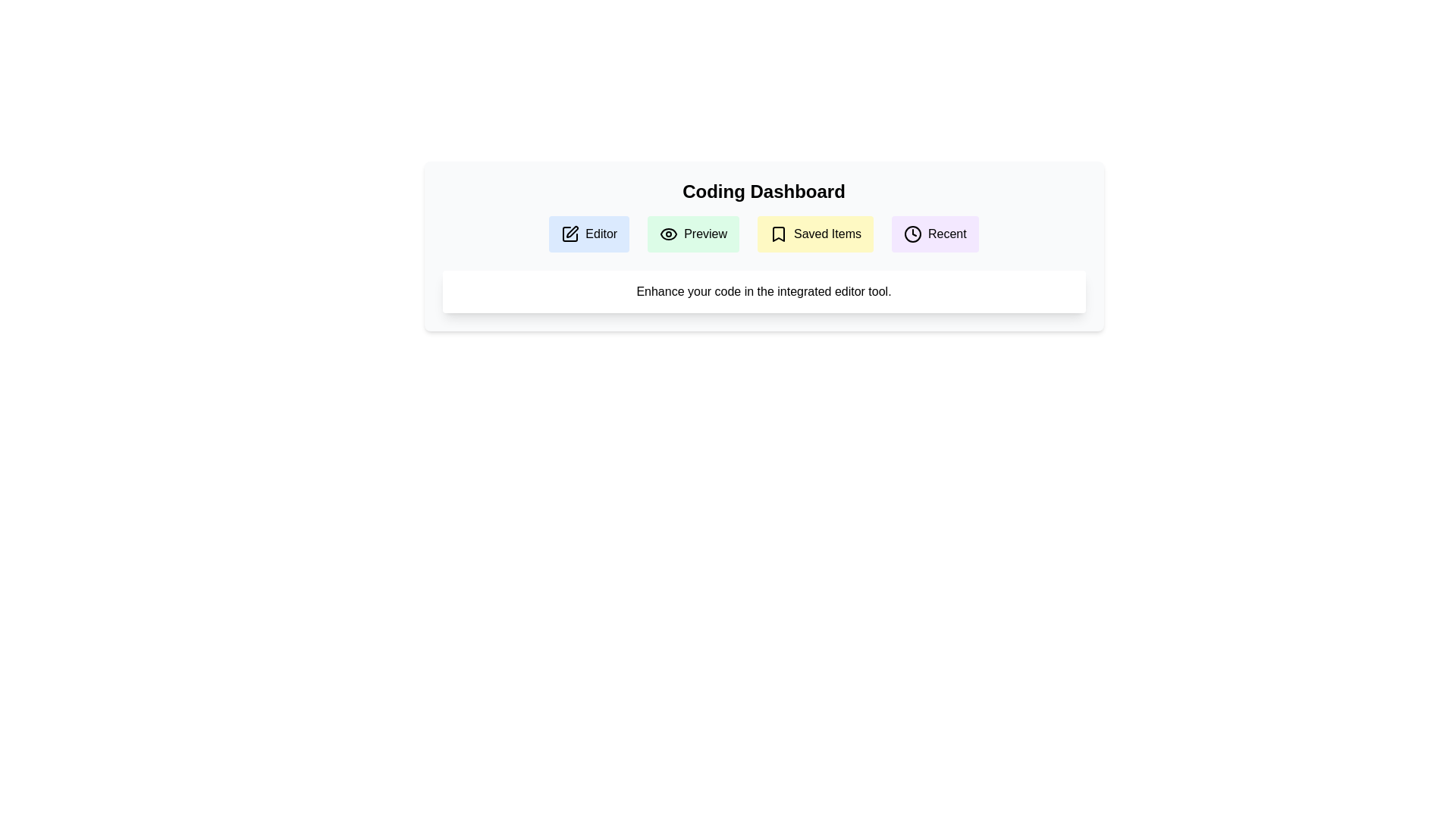  What do you see at coordinates (814, 234) in the screenshot?
I see `the third button in the 'Coding Dashboard' that navigates to saved items, located between the 'Preview' and 'Recent' buttons` at bounding box center [814, 234].